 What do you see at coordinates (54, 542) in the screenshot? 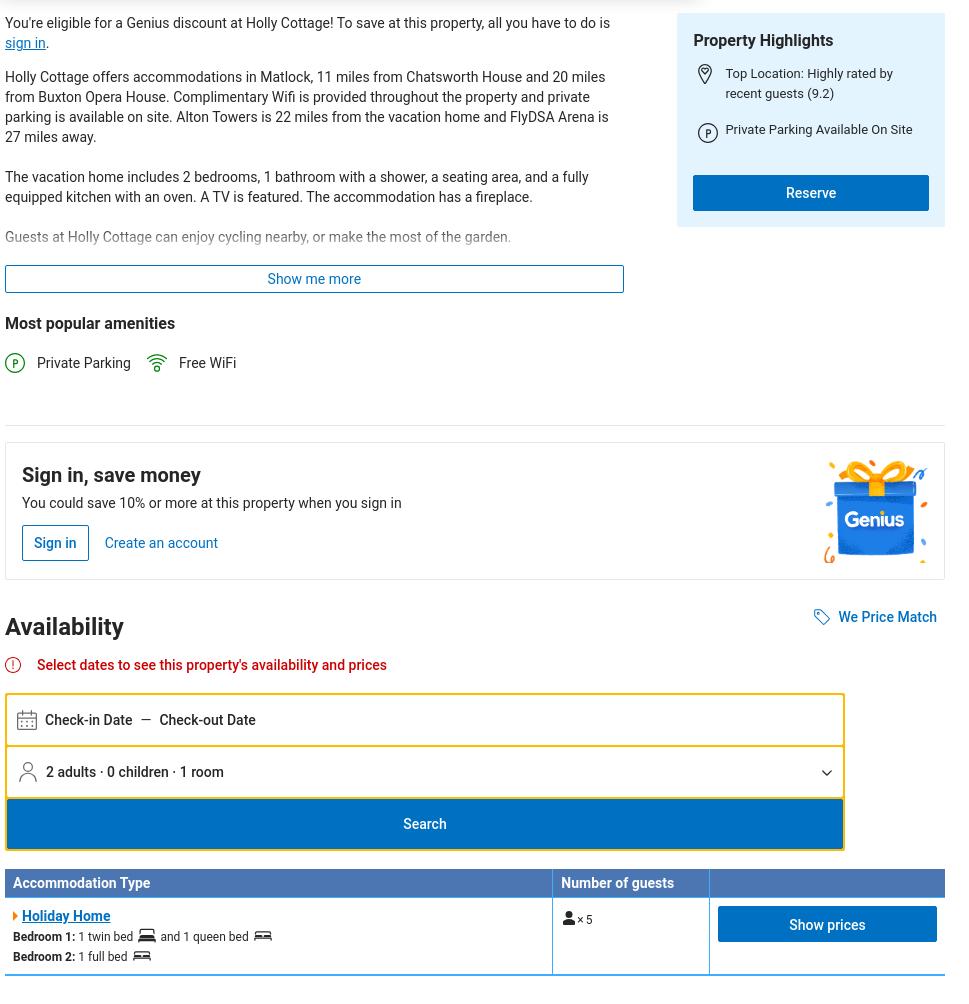
I see `'Sign in'` at bounding box center [54, 542].